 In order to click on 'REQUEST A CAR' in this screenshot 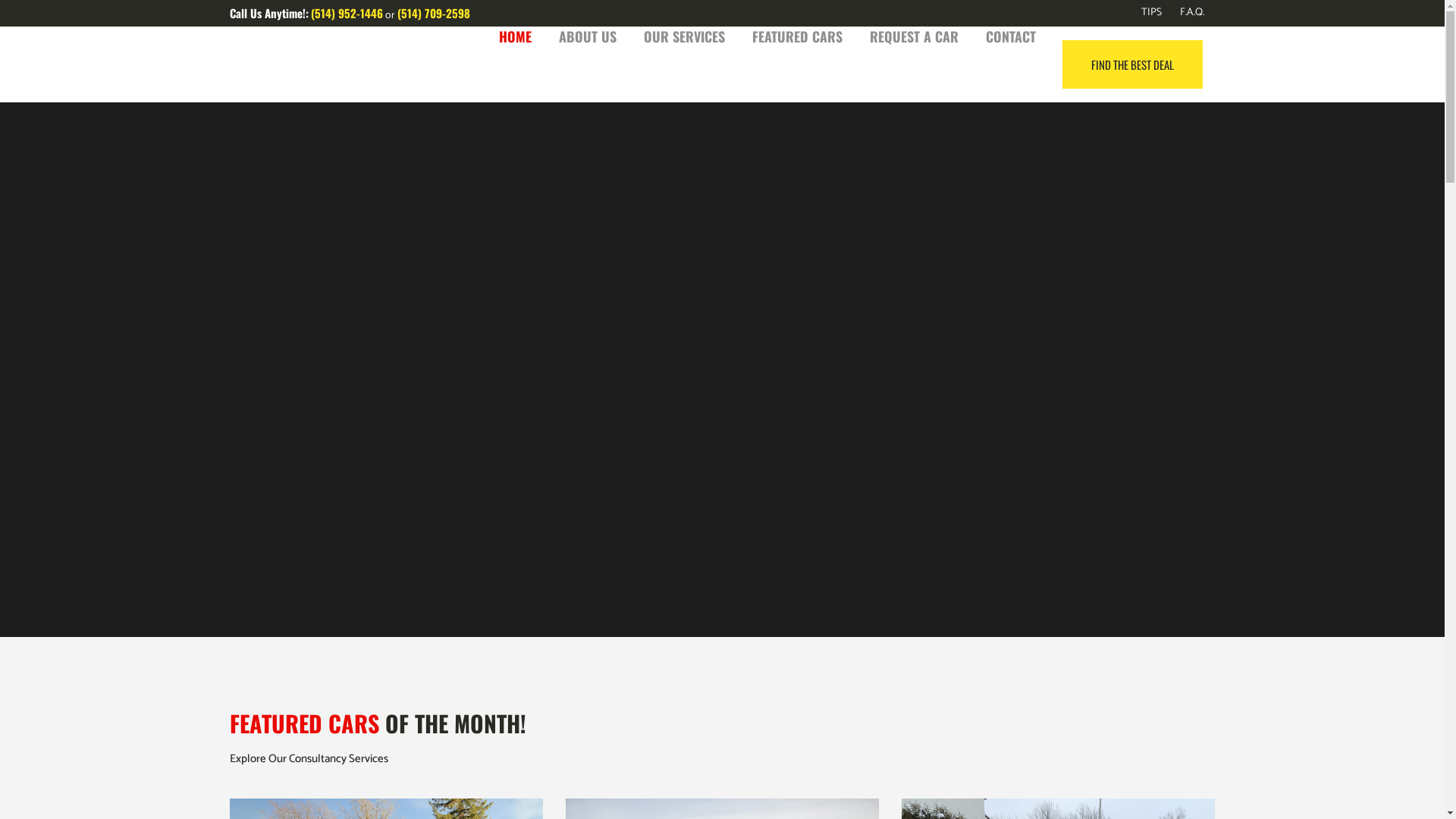, I will do `click(912, 35)`.